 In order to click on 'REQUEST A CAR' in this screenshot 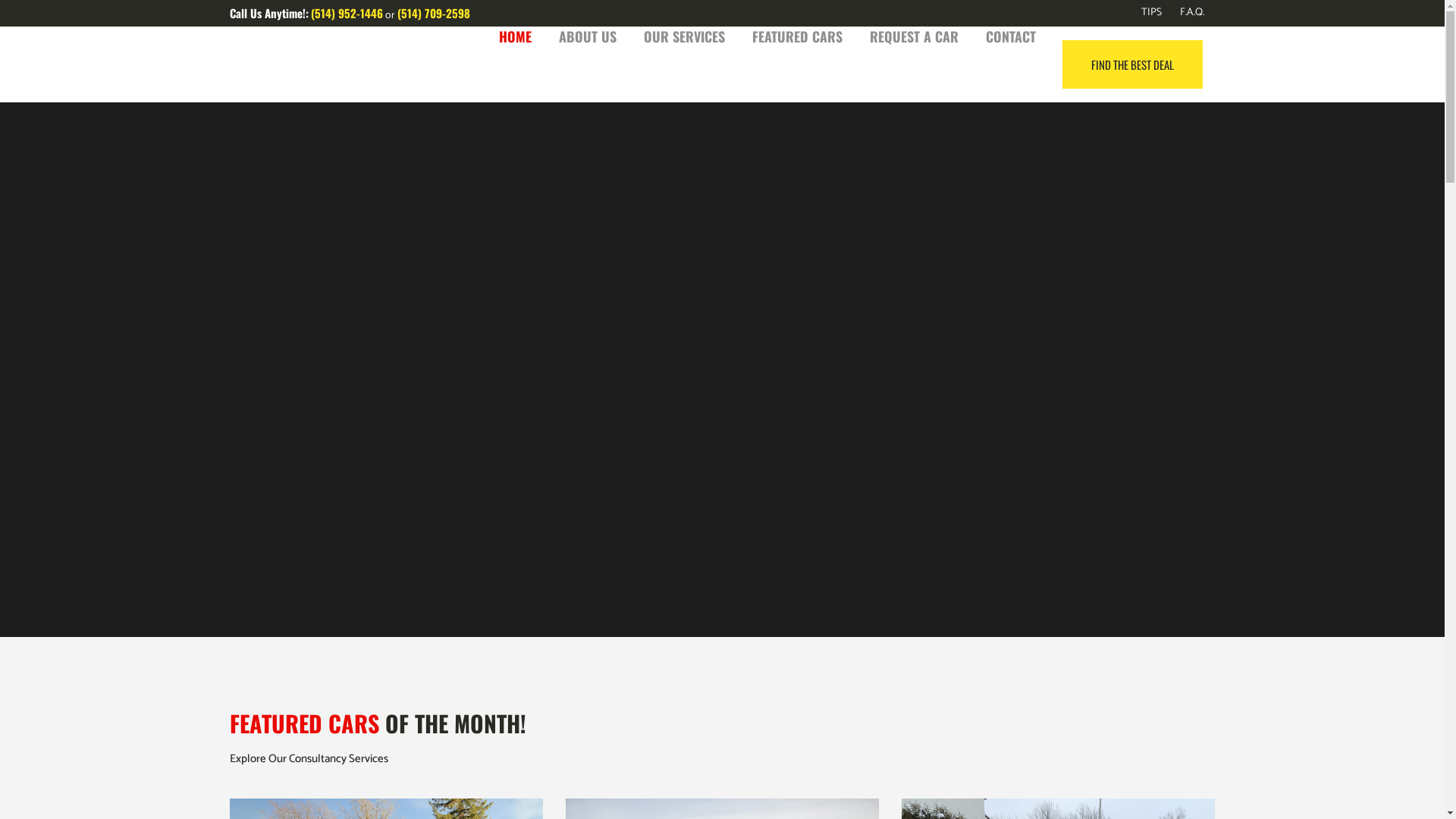, I will do `click(912, 35)`.